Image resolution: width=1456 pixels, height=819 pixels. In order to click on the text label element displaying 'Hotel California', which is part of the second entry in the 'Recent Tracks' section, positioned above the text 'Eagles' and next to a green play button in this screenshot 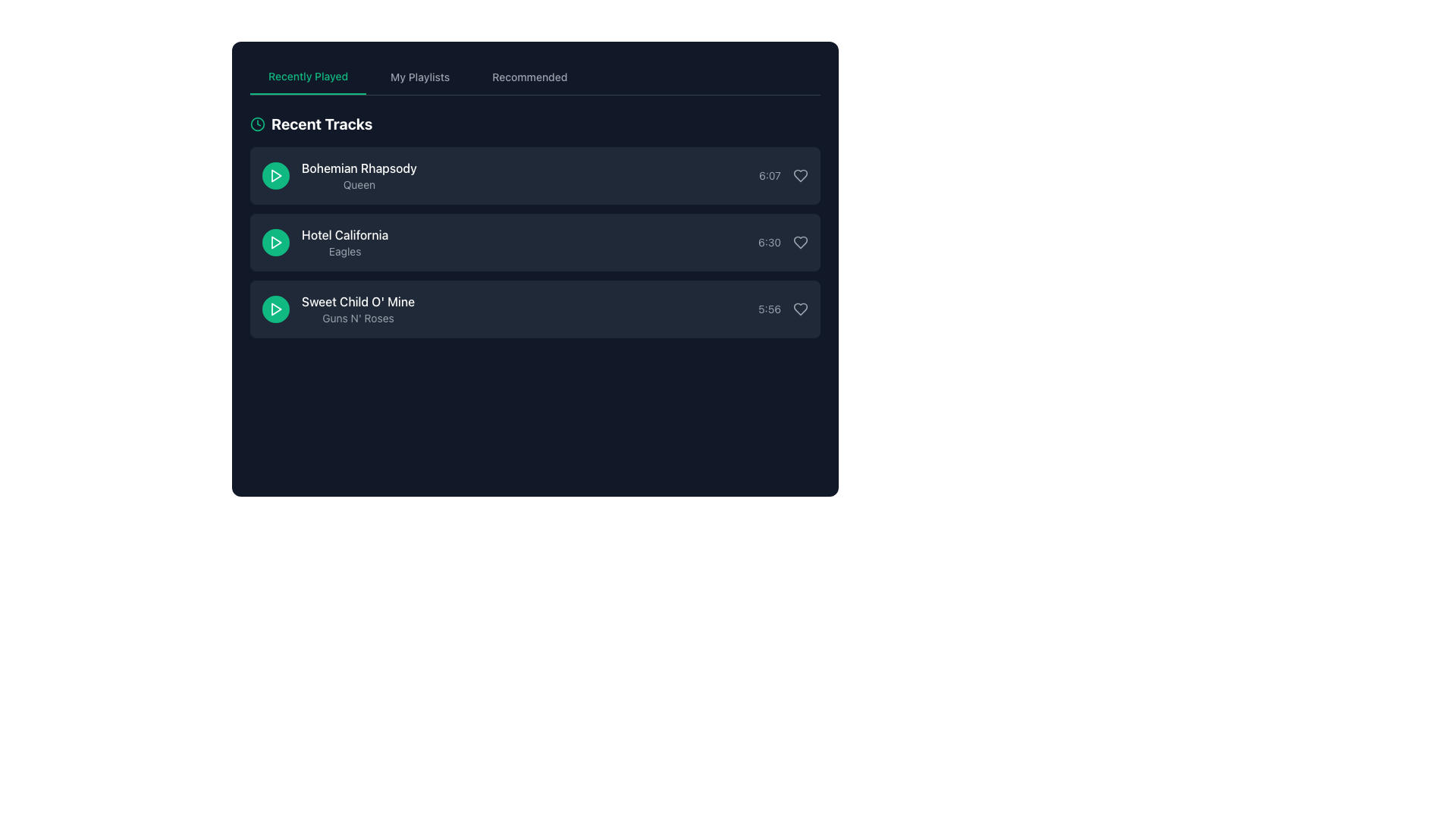, I will do `click(344, 234)`.